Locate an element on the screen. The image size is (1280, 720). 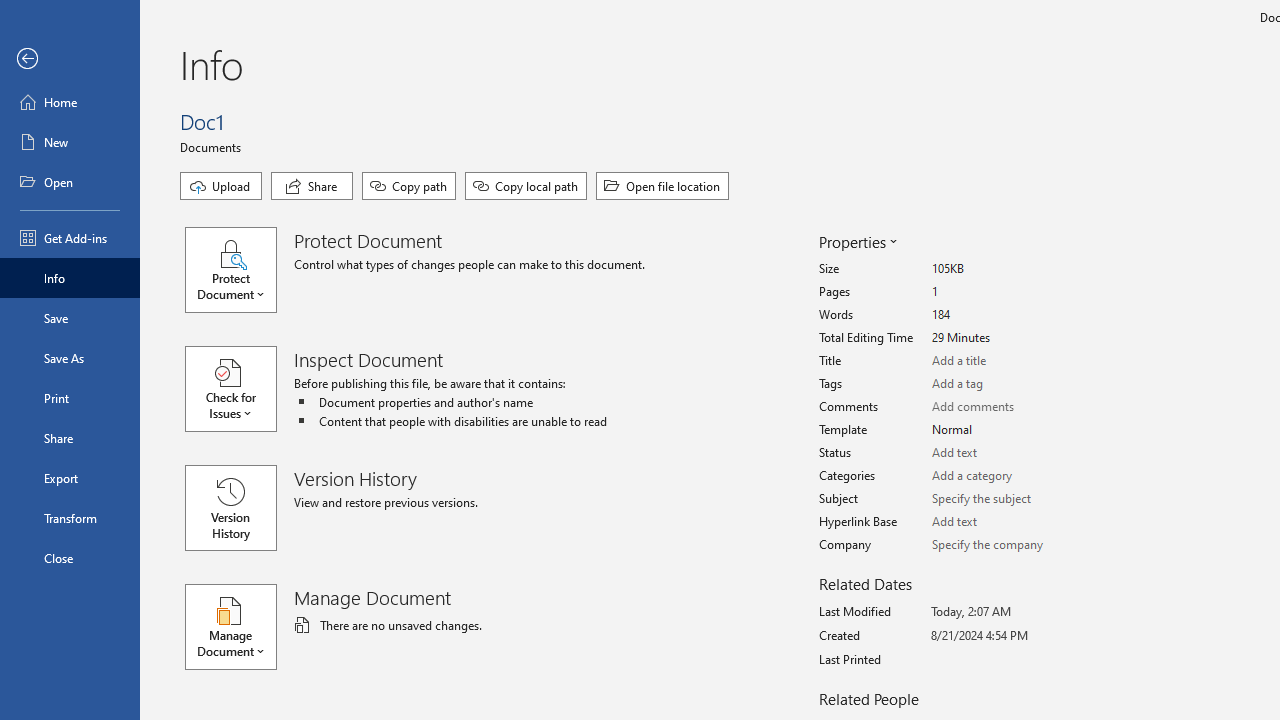
'Documents' is located at coordinates (213, 145).